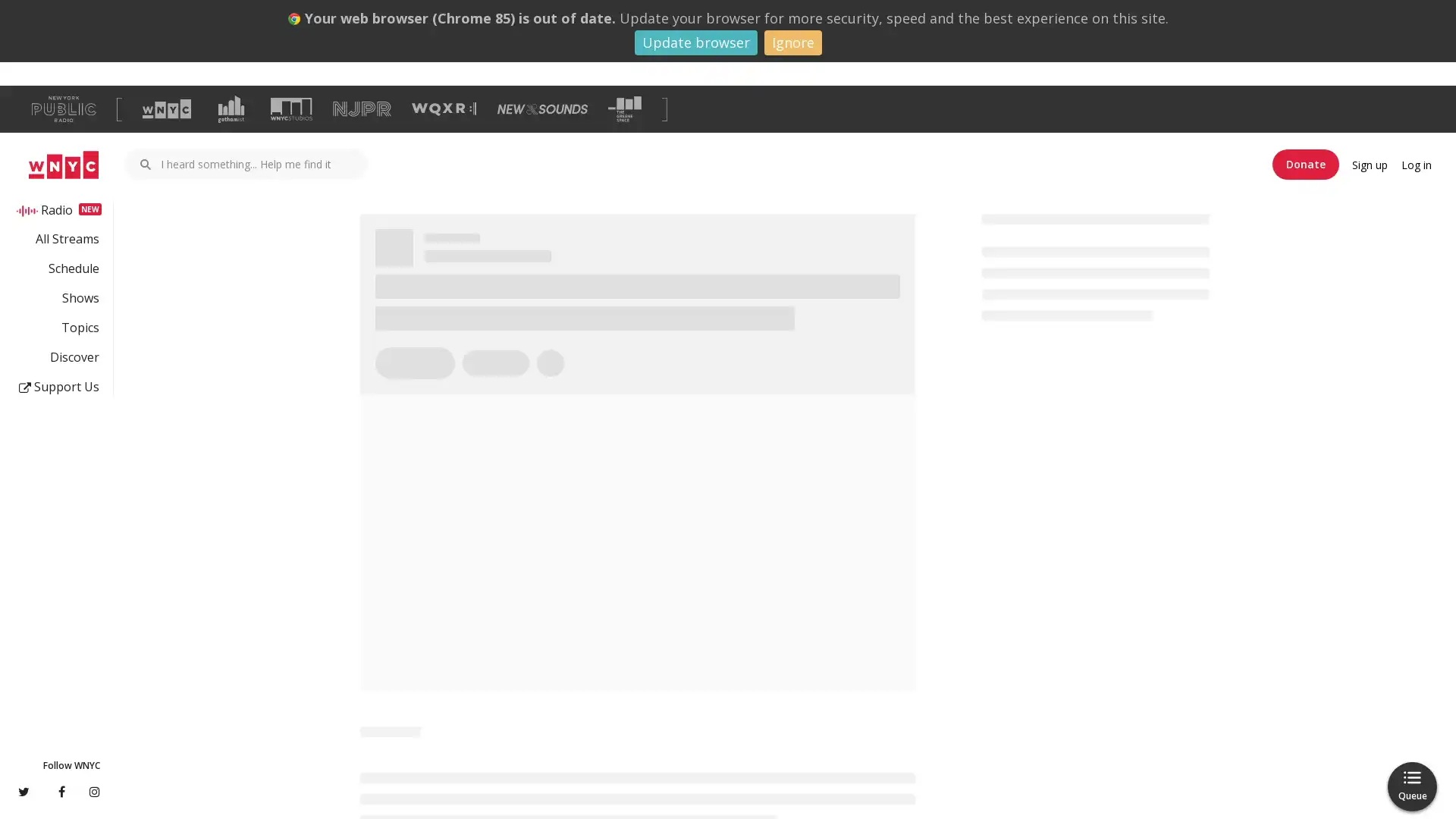 The width and height of the screenshot is (1456, 819). Describe the element at coordinates (1411, 786) in the screenshot. I see `Queue` at that location.